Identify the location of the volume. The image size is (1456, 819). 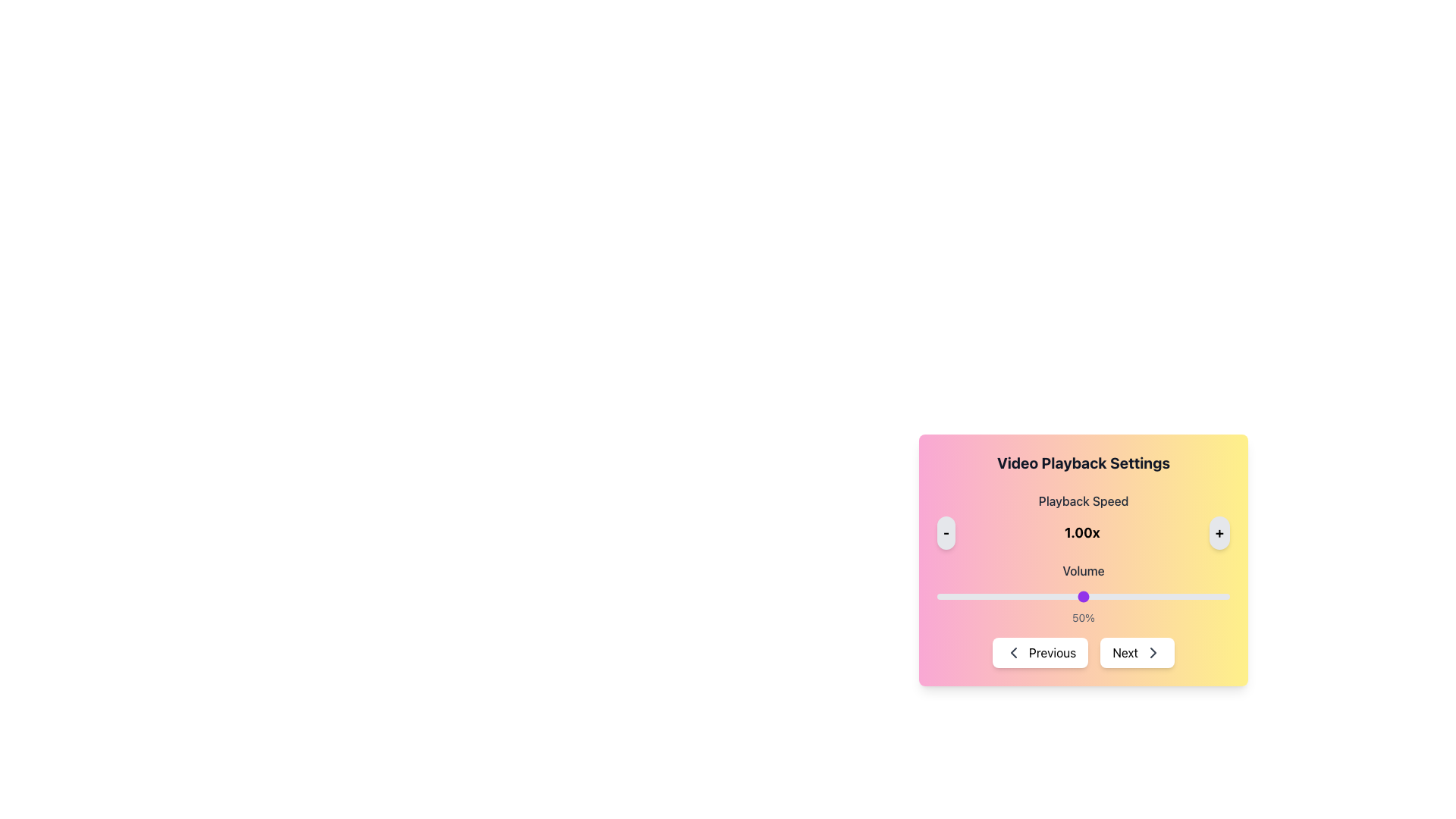
(1010, 595).